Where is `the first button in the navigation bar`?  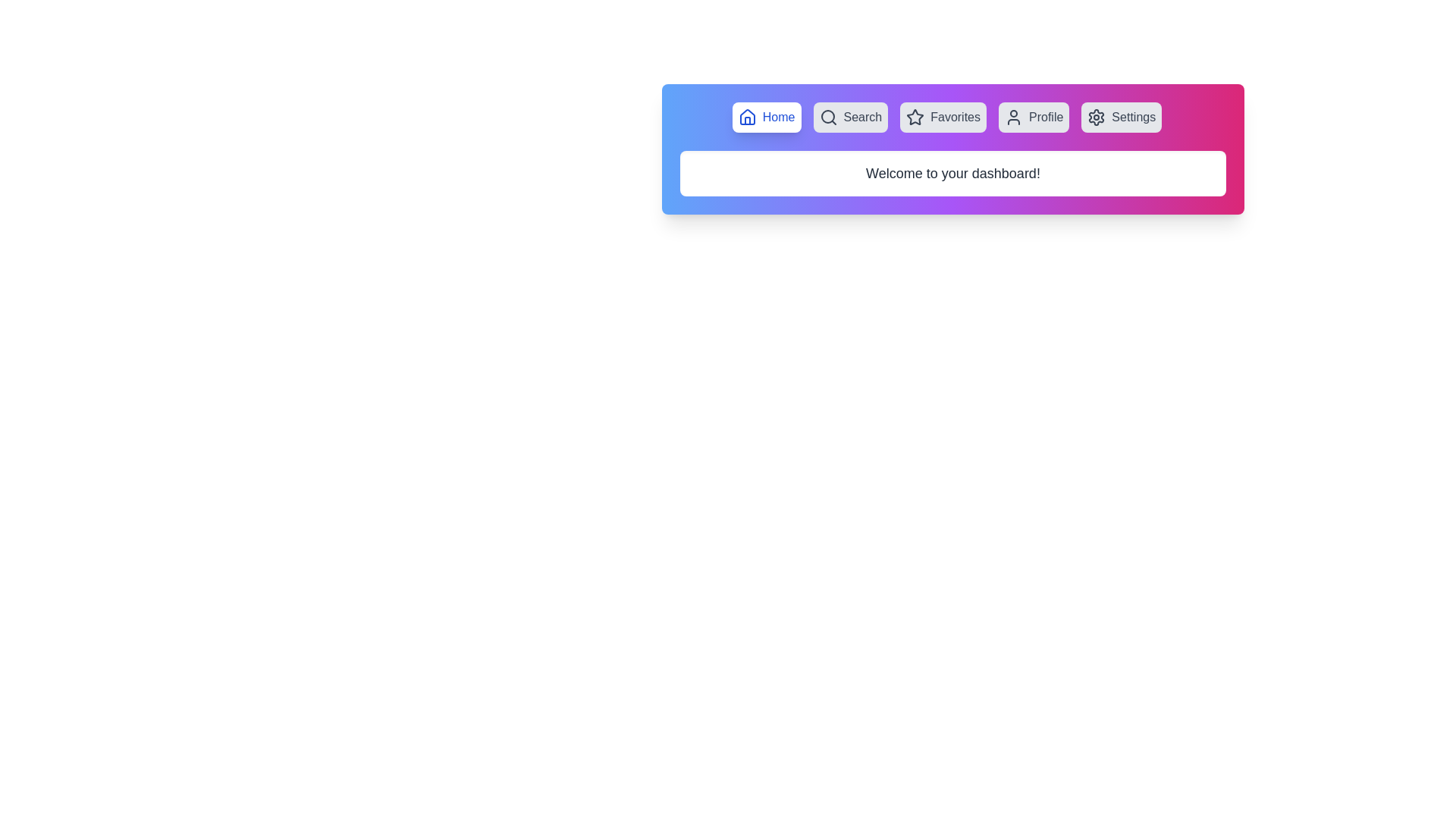 the first button in the navigation bar is located at coordinates (767, 116).